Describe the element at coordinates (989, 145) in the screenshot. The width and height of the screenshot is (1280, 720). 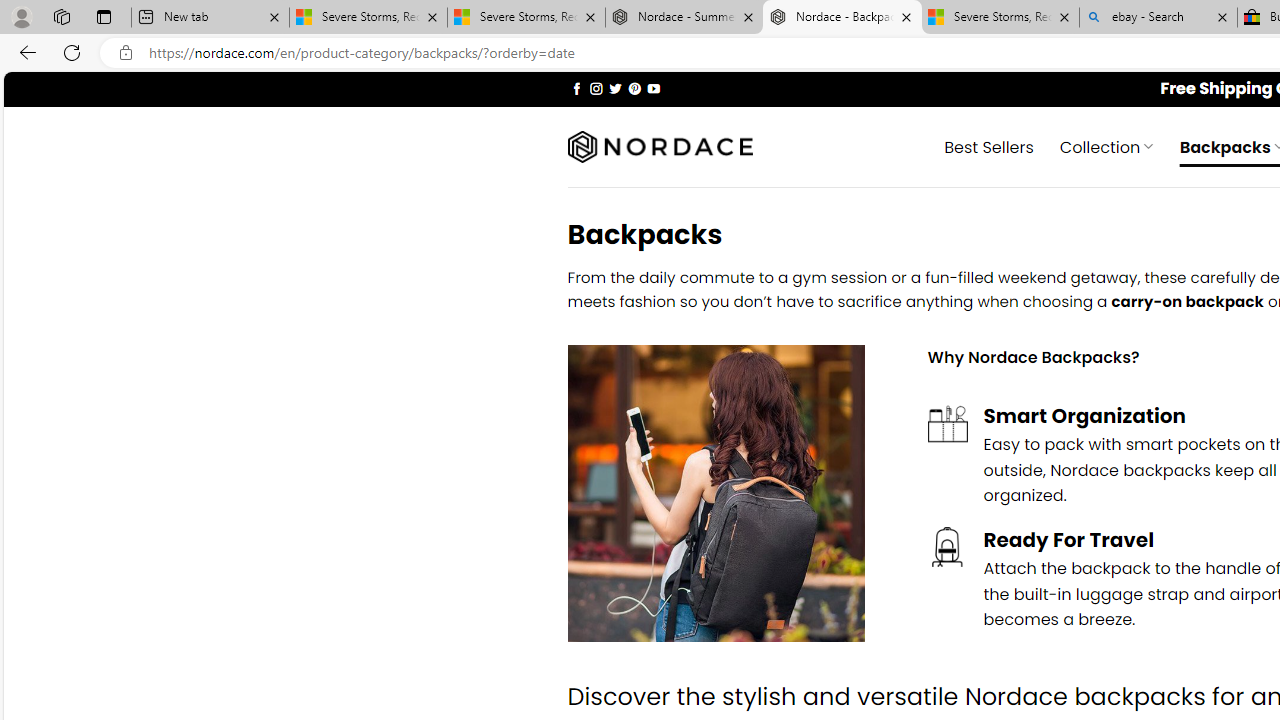
I see `' Best Sellers'` at that location.